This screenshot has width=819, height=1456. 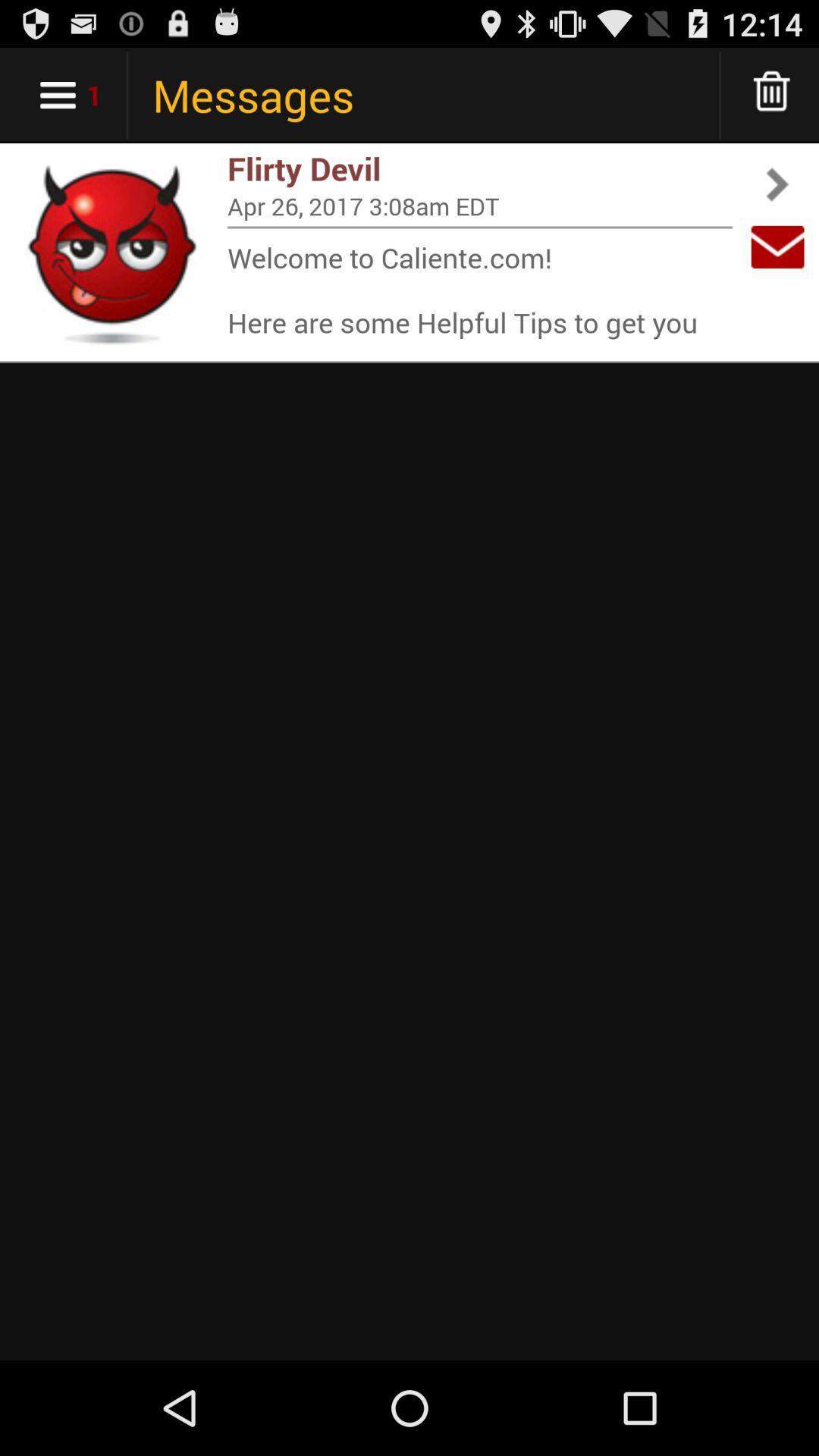 I want to click on the item above the apr 26 2017 item, so click(x=479, y=168).